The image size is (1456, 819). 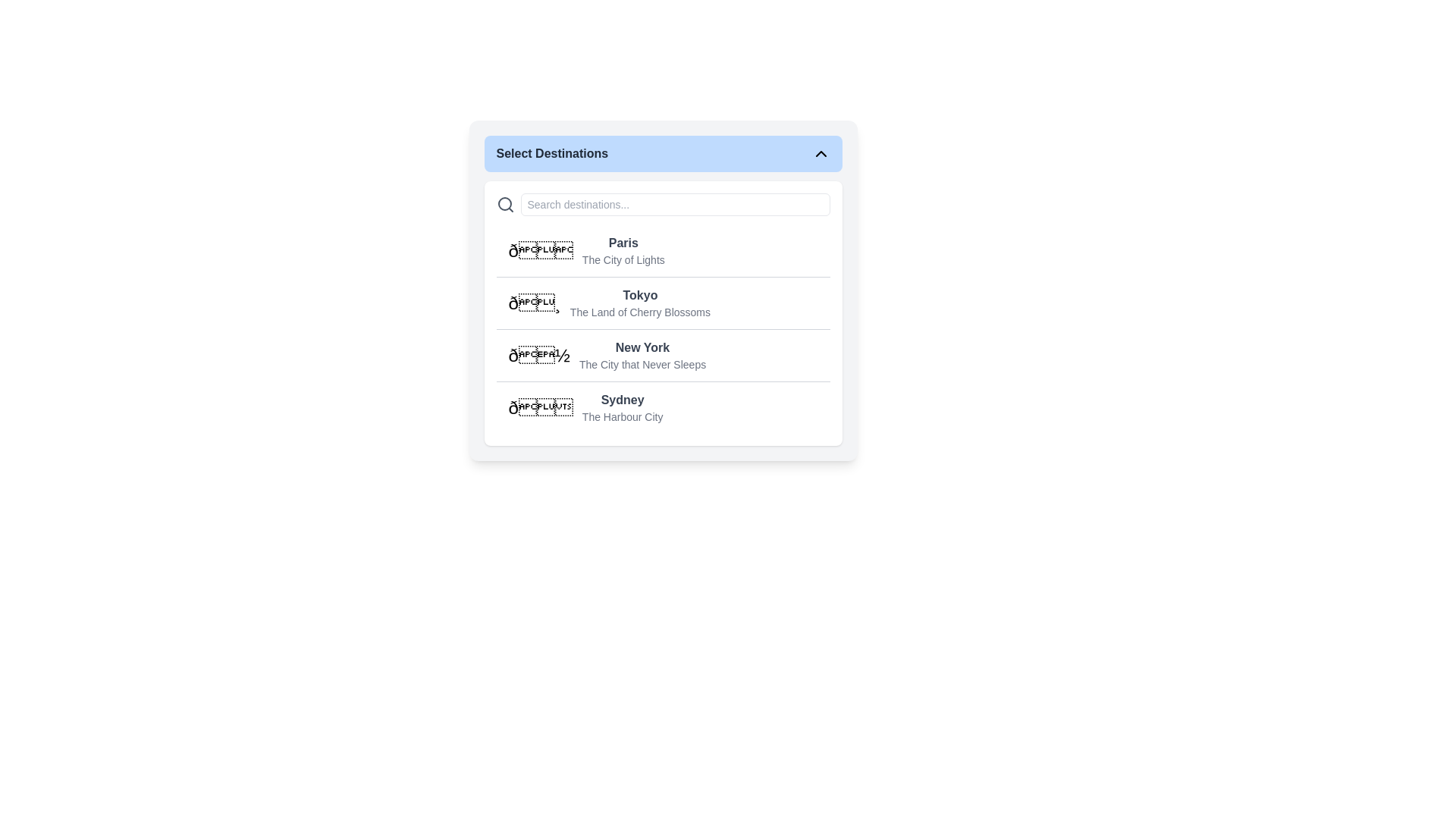 I want to click on the text label displaying 'The City of Lights', which is styled in a small, gray font and located immediately below the 'Paris' label, so click(x=623, y=259).